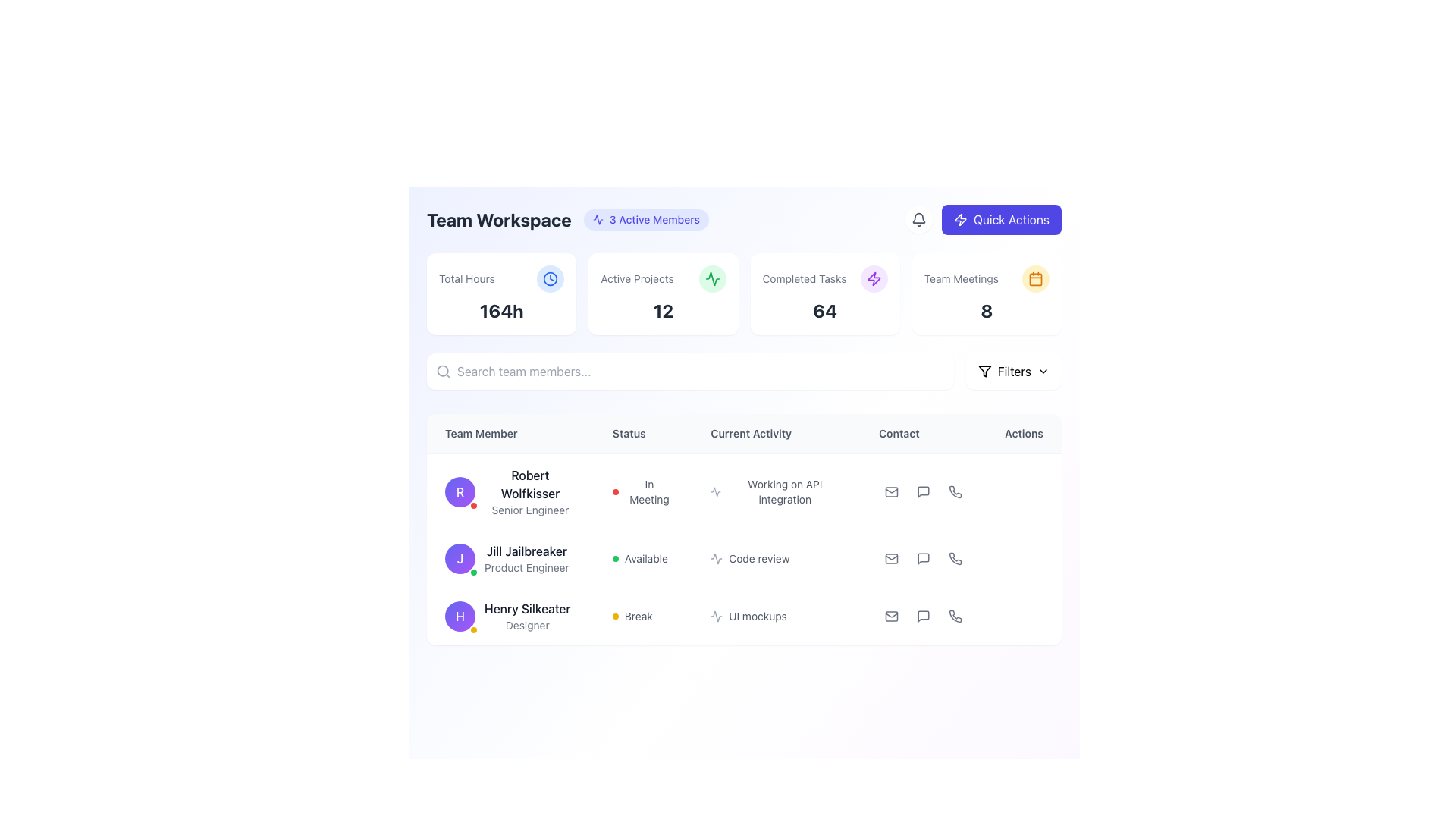 Image resolution: width=1456 pixels, height=819 pixels. Describe the element at coordinates (955, 558) in the screenshot. I see `the phone icon in the 'Actions' column of the second row associated with user 'Jill Jailbreaker' to gain additional information` at that location.